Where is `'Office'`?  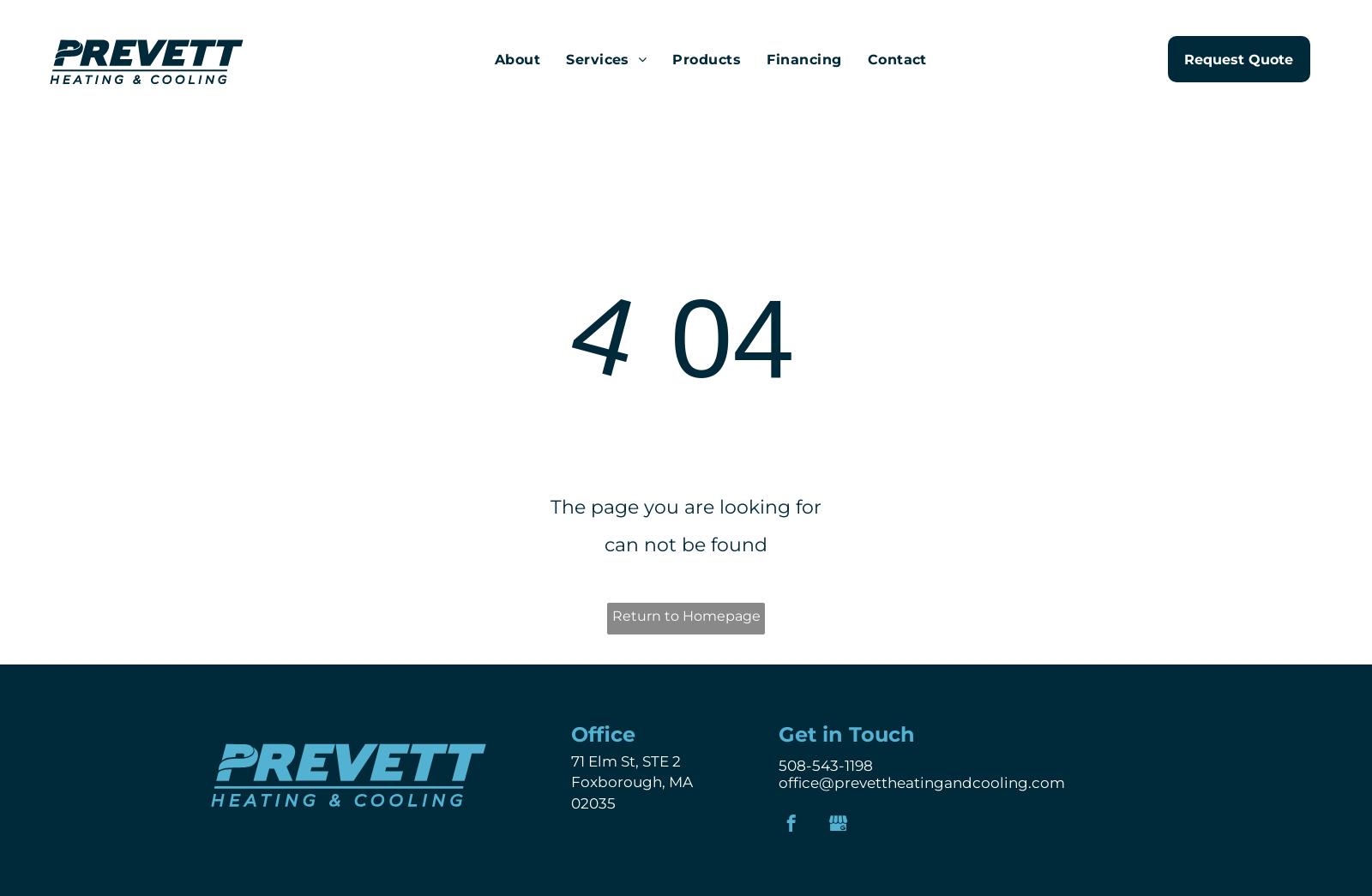 'Office' is located at coordinates (603, 732).